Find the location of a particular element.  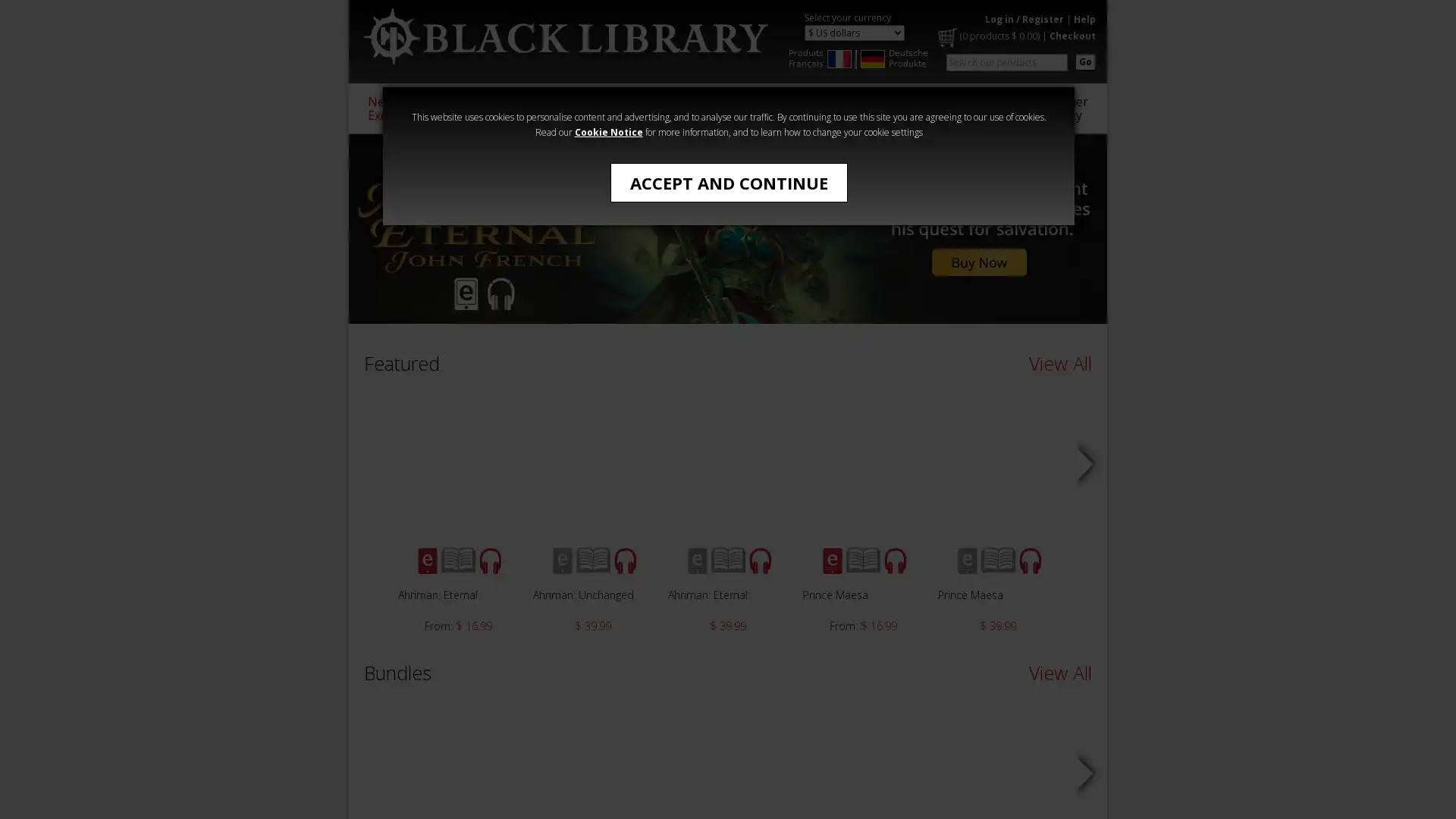

Go is located at coordinates (1084, 61).